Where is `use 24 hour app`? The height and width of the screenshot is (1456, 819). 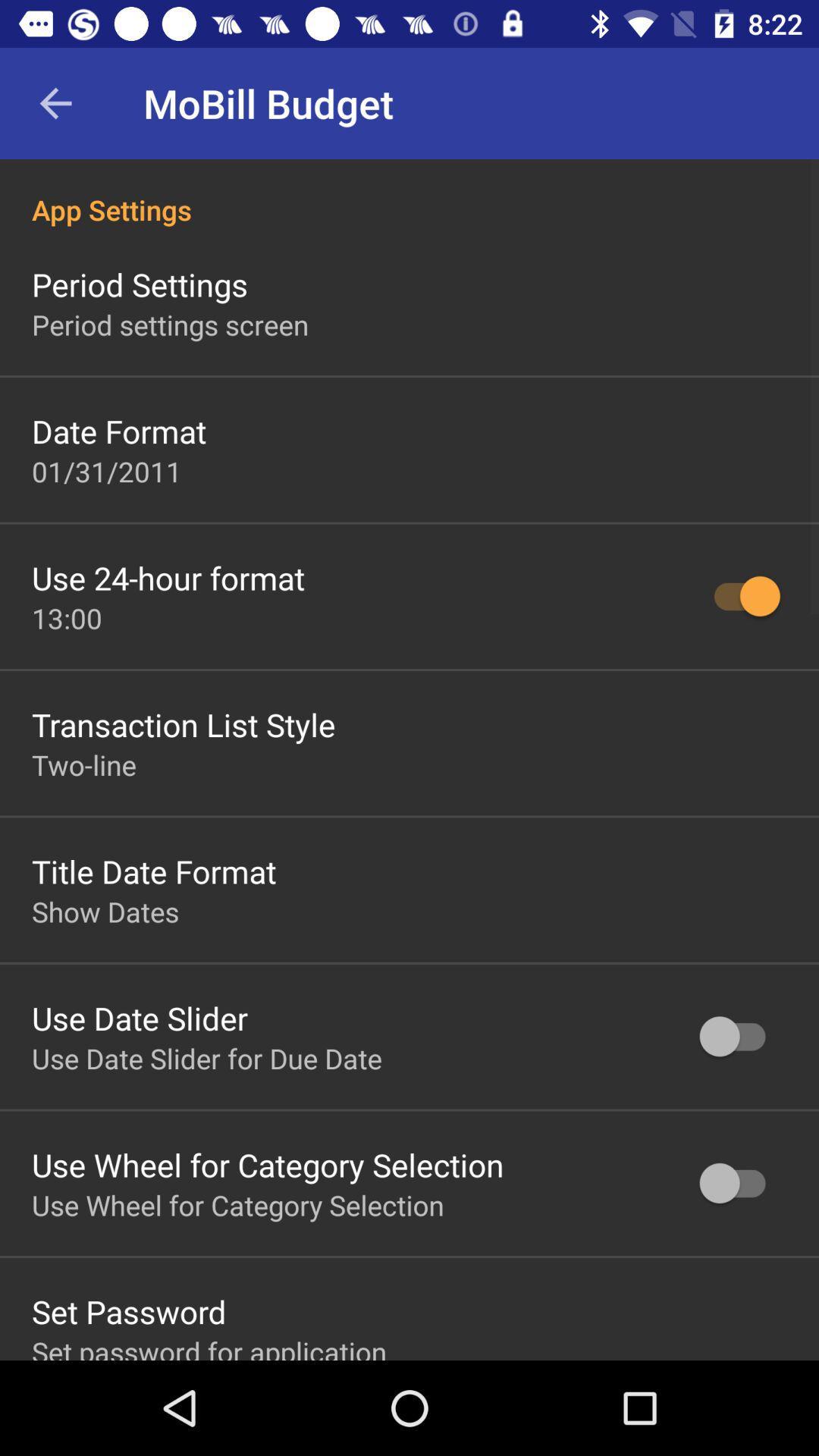 use 24 hour app is located at coordinates (168, 577).